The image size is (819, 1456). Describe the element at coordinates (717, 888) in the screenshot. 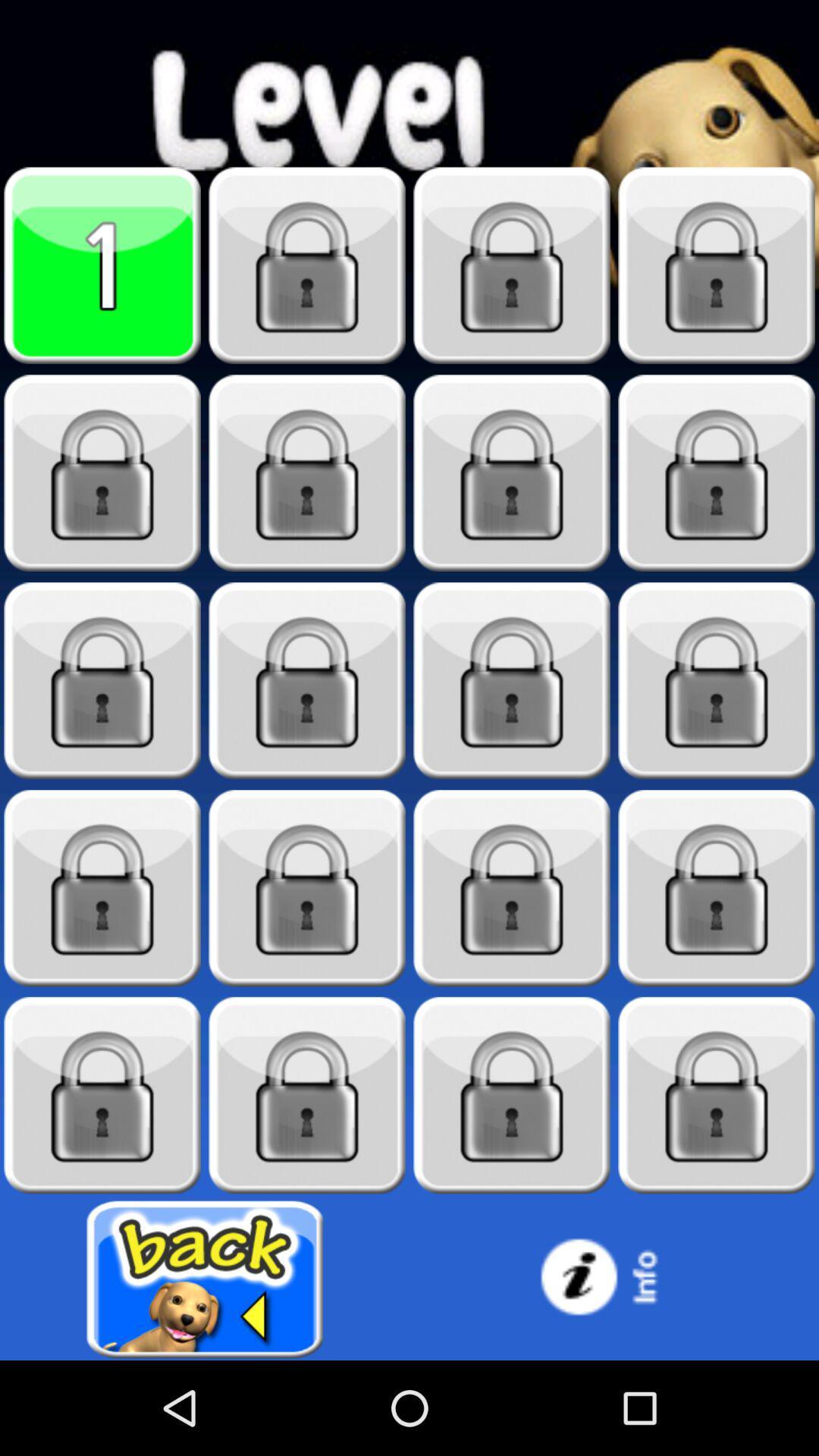

I see `unlock level 16` at that location.